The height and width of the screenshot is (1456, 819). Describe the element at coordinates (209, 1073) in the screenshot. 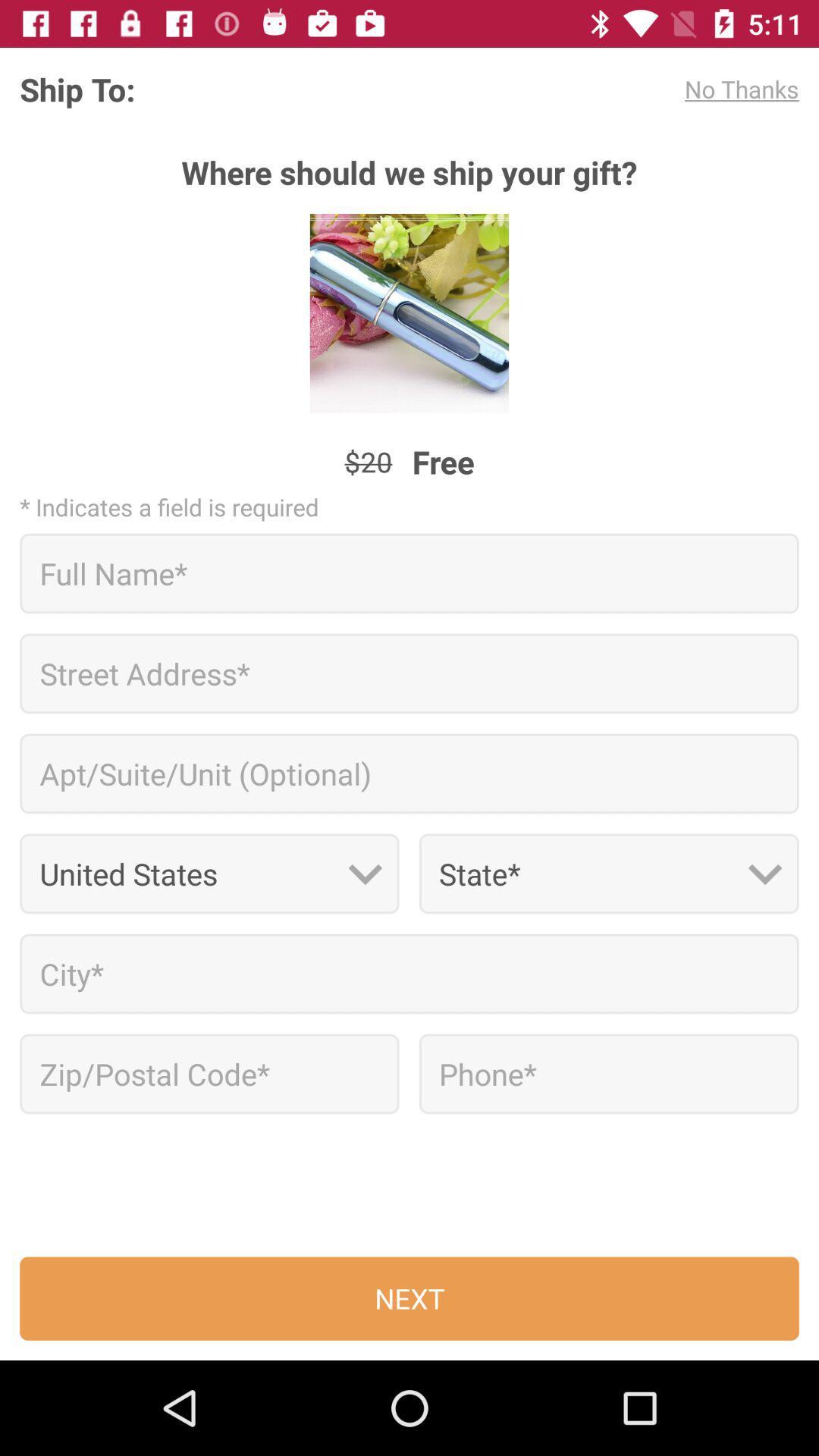

I see `zip/postal code` at that location.